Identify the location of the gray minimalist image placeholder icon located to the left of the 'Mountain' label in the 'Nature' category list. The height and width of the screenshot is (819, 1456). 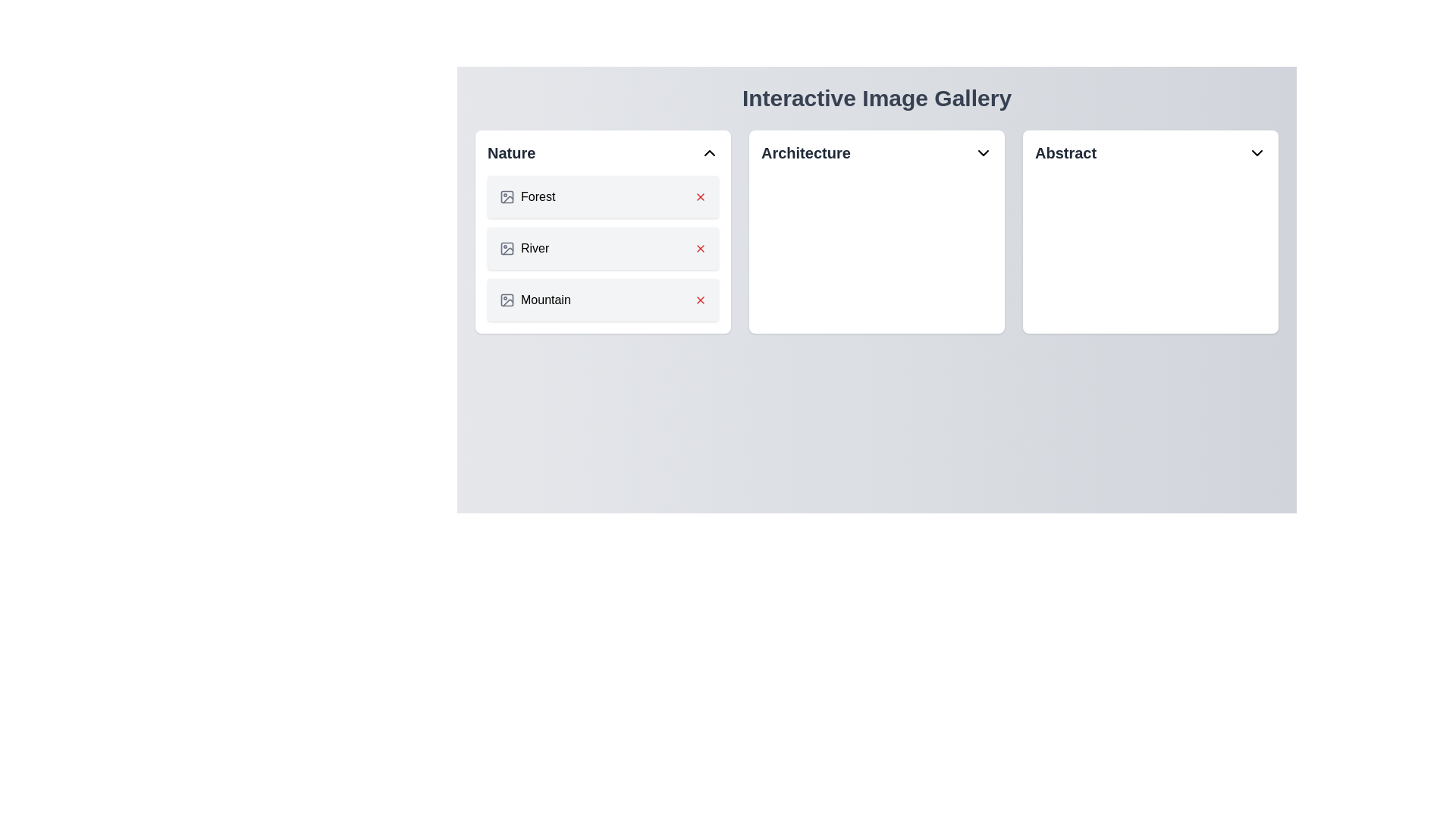
(507, 300).